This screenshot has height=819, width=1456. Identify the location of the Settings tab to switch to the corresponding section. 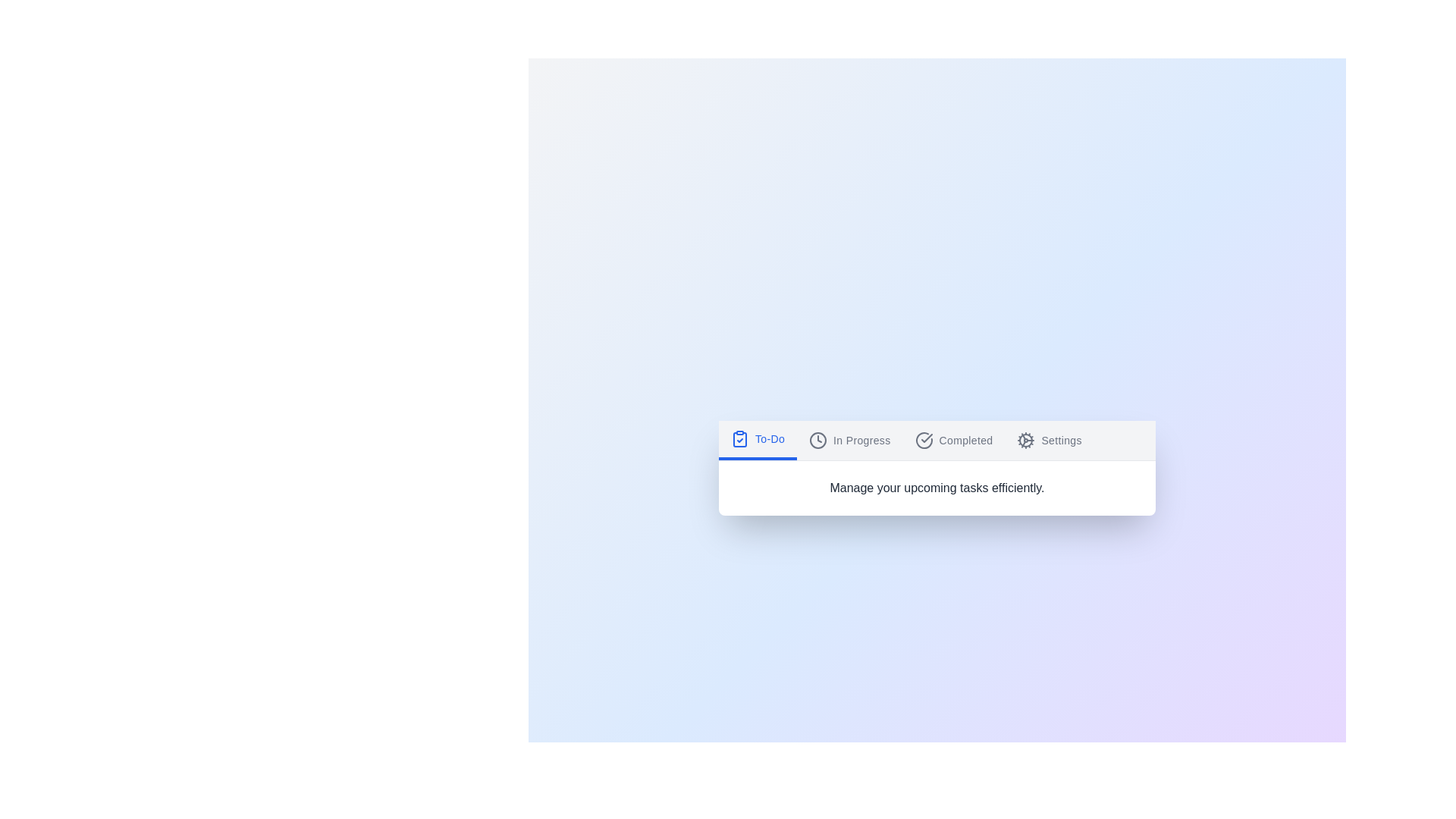
(1049, 440).